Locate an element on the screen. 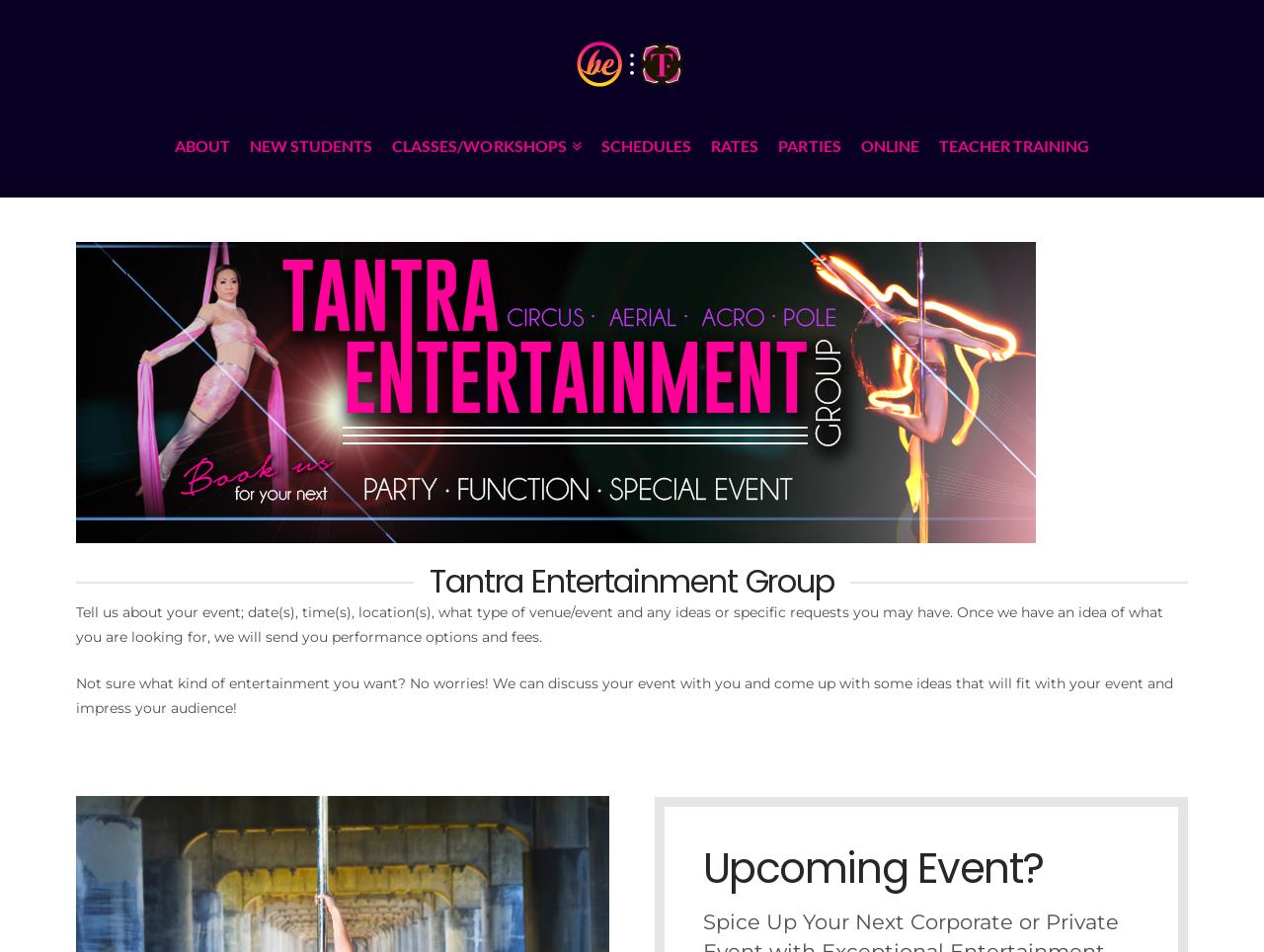 The image size is (1264, 952). 'Tell us about your event; date(s), time(s), location(s), what type of venue/event and any ideas or specific requests you may have. Once we have an idea of what you are looking for, we will send you performance options and fees.' is located at coordinates (617, 624).